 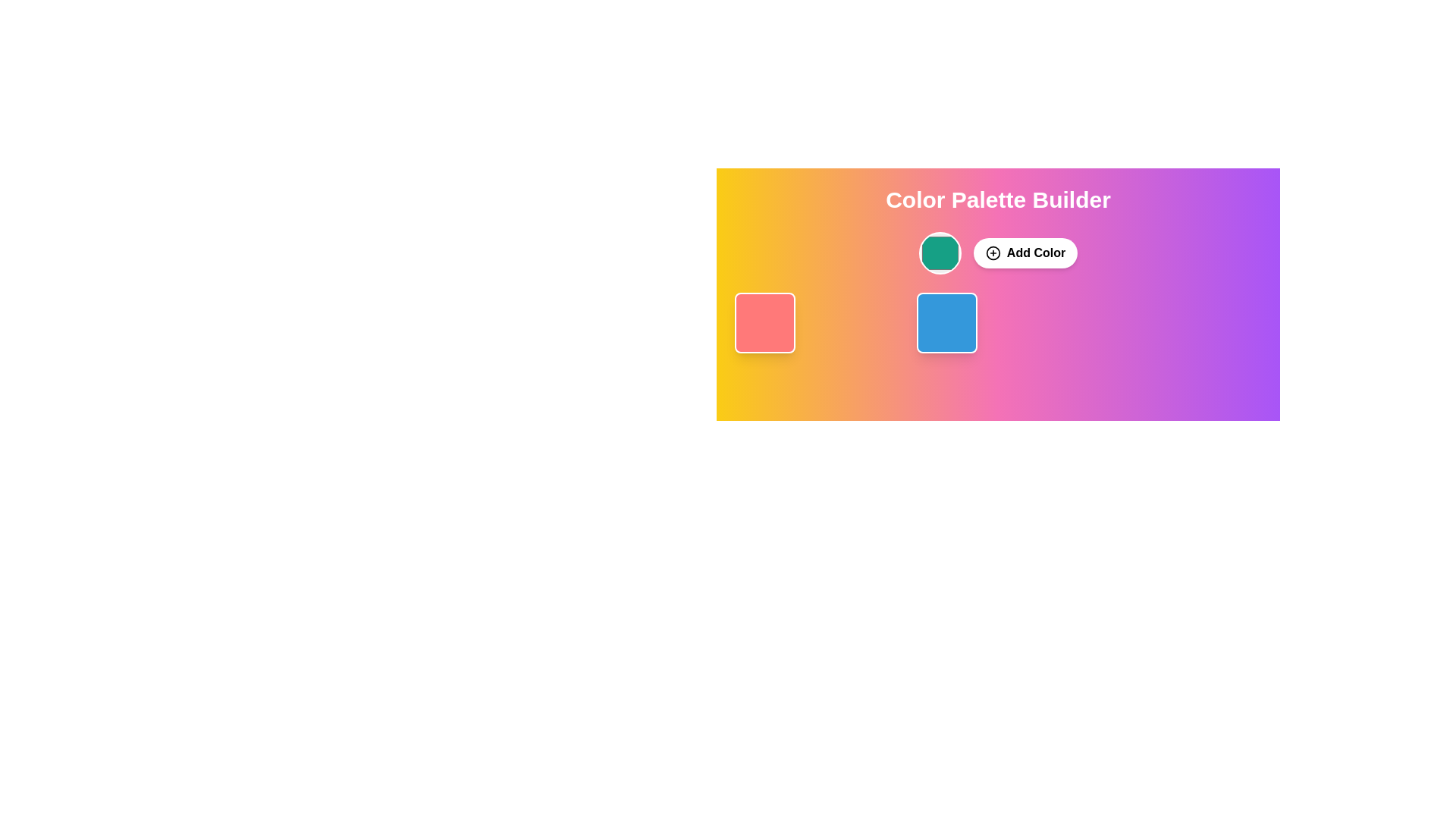 I want to click on the first red square element with a soft border and slight shadow, located on a colorful gradient background, so click(x=764, y=322).